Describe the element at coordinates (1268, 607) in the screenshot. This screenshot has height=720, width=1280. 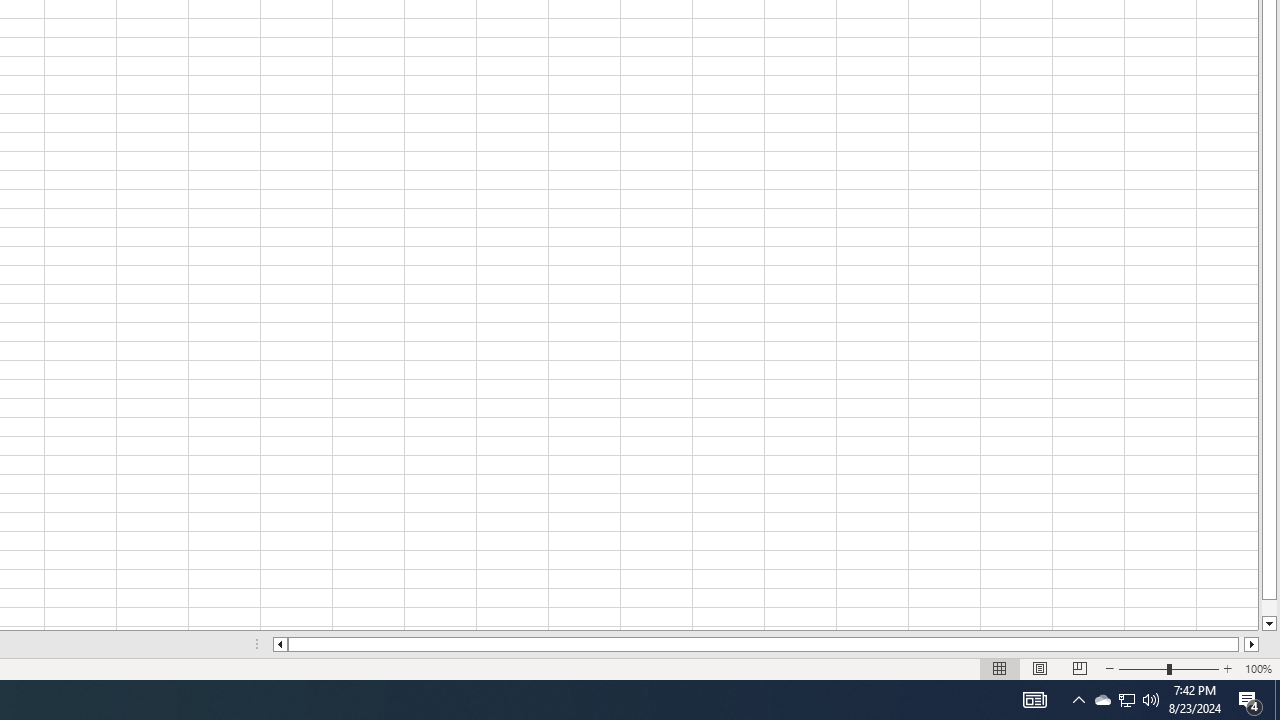
I see `'Page down'` at that location.